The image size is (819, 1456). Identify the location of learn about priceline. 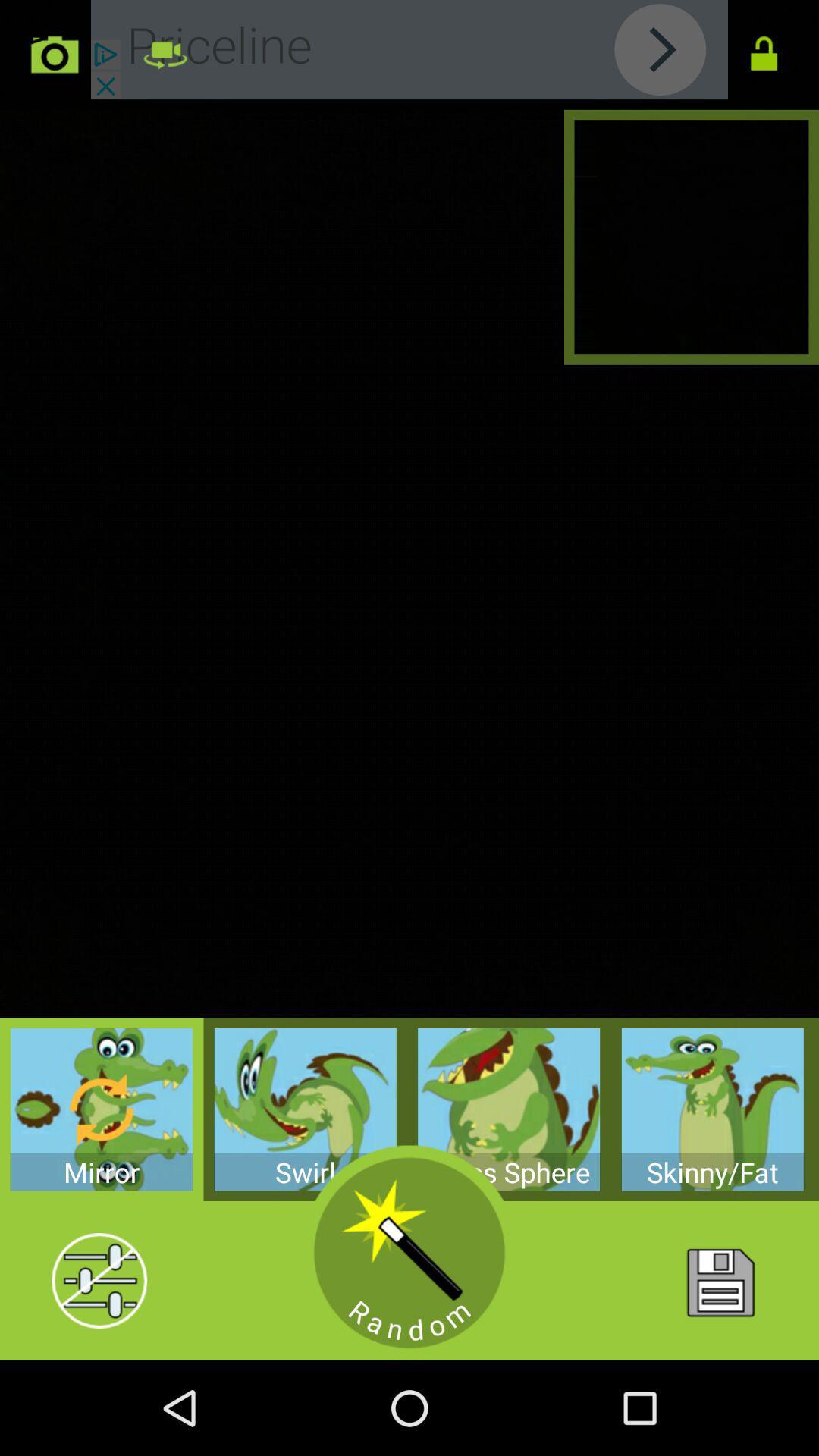
(409, 49).